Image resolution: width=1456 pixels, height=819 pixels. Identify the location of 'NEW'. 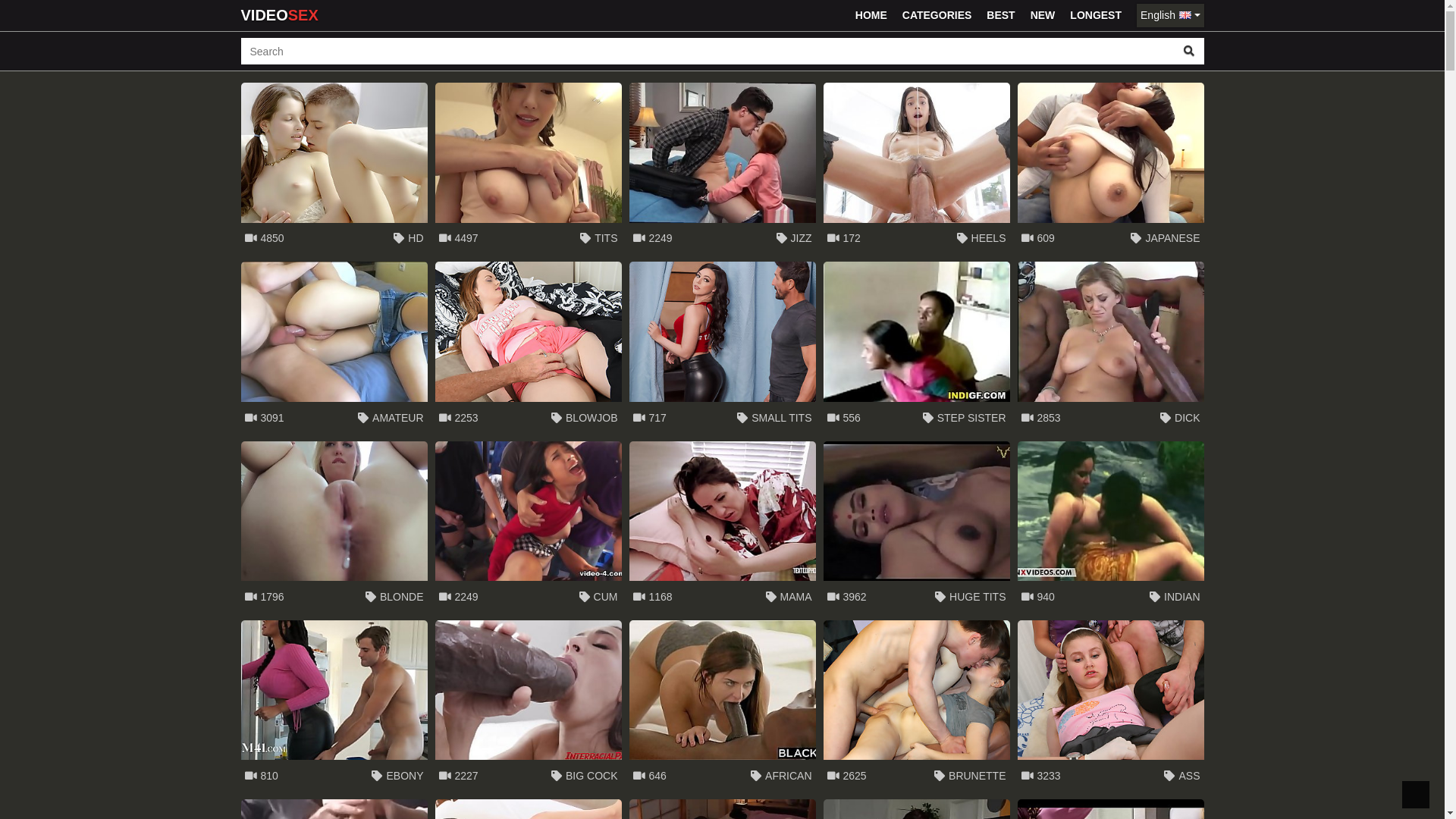
(1024, 15).